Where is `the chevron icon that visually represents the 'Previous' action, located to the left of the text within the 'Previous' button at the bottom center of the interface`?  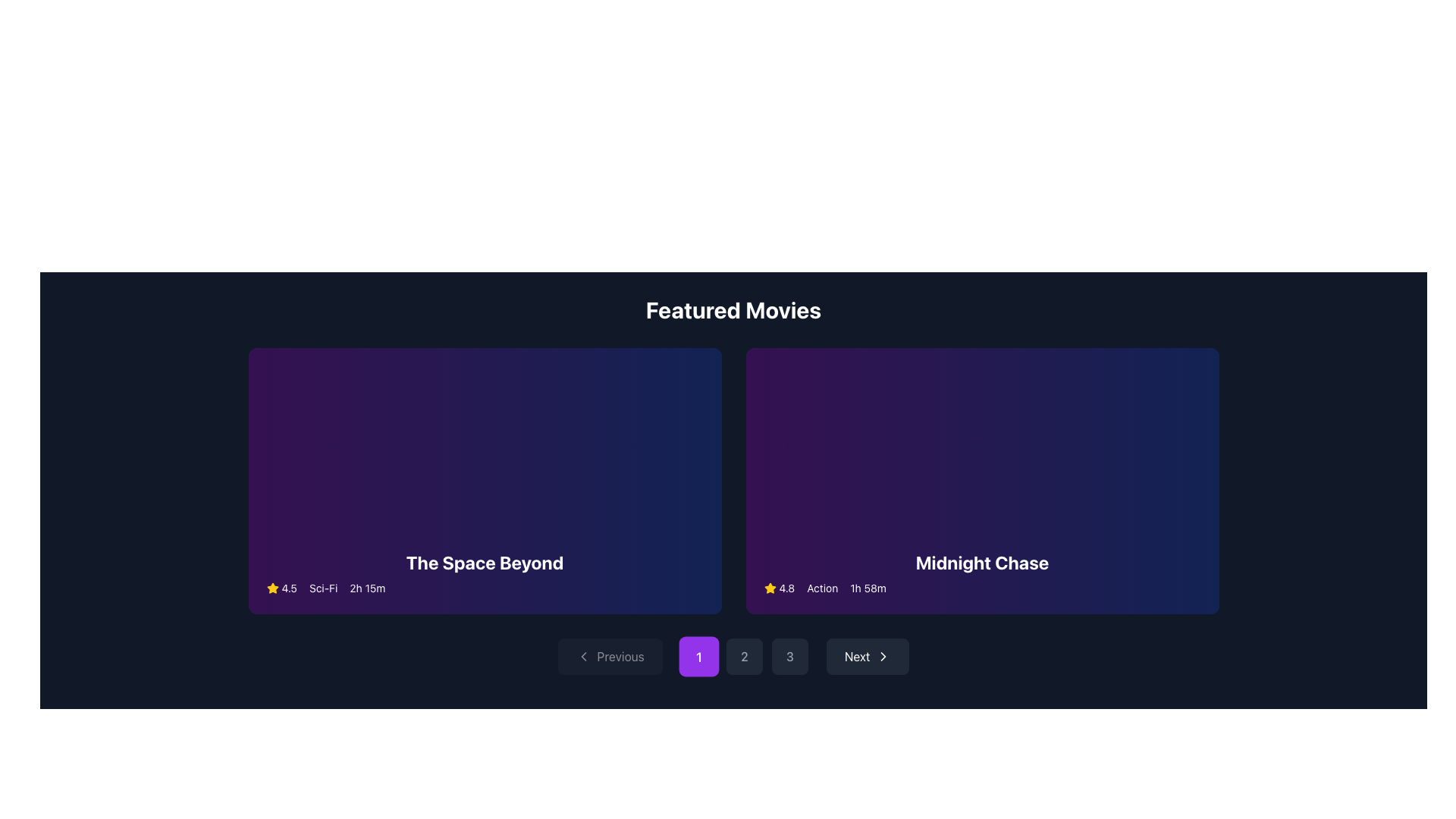
the chevron icon that visually represents the 'Previous' action, located to the left of the text within the 'Previous' button at the bottom center of the interface is located at coordinates (582, 656).